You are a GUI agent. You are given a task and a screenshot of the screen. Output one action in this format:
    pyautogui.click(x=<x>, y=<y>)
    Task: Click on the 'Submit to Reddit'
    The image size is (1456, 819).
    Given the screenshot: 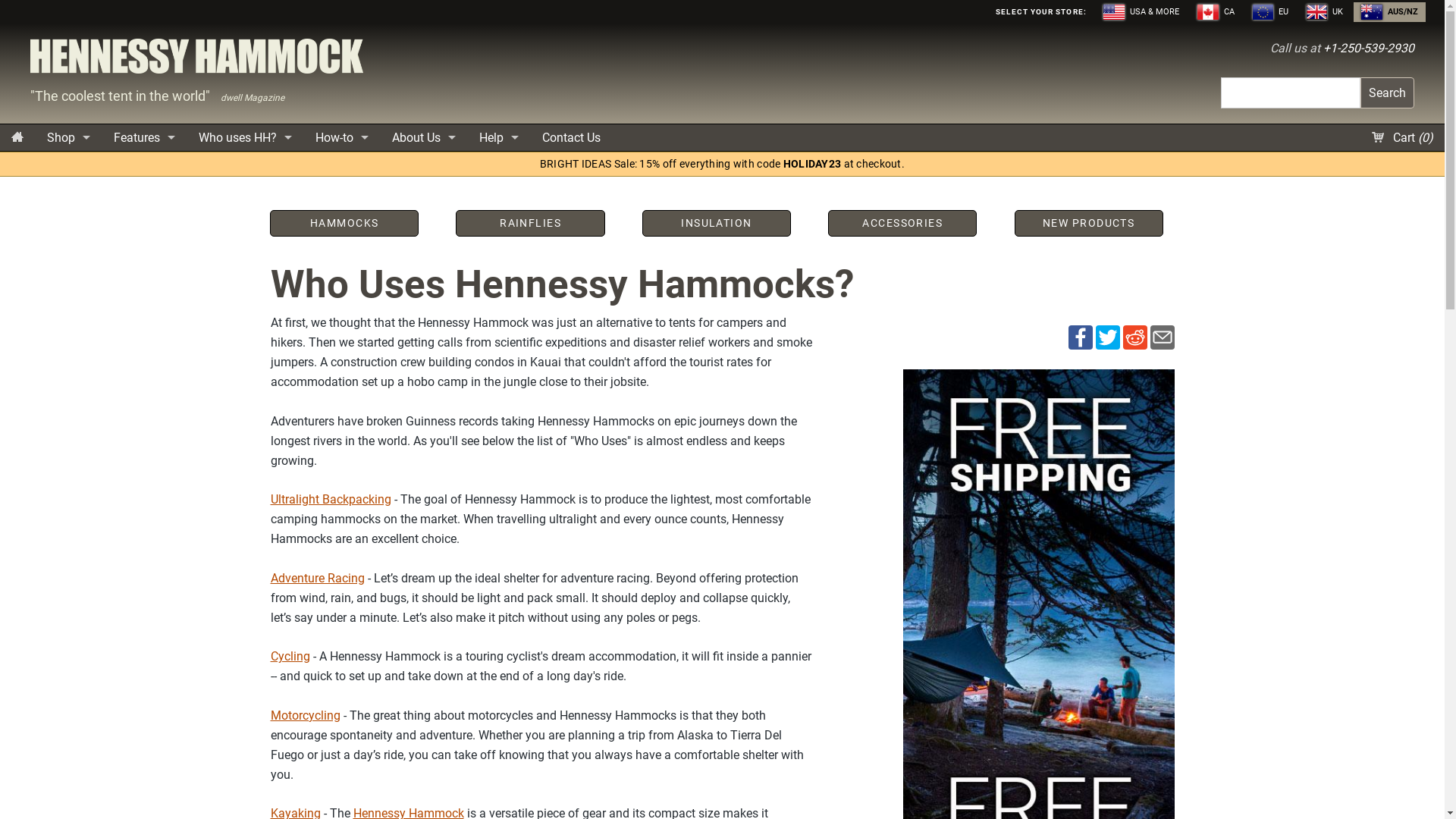 What is the action you would take?
    pyautogui.click(x=1122, y=336)
    